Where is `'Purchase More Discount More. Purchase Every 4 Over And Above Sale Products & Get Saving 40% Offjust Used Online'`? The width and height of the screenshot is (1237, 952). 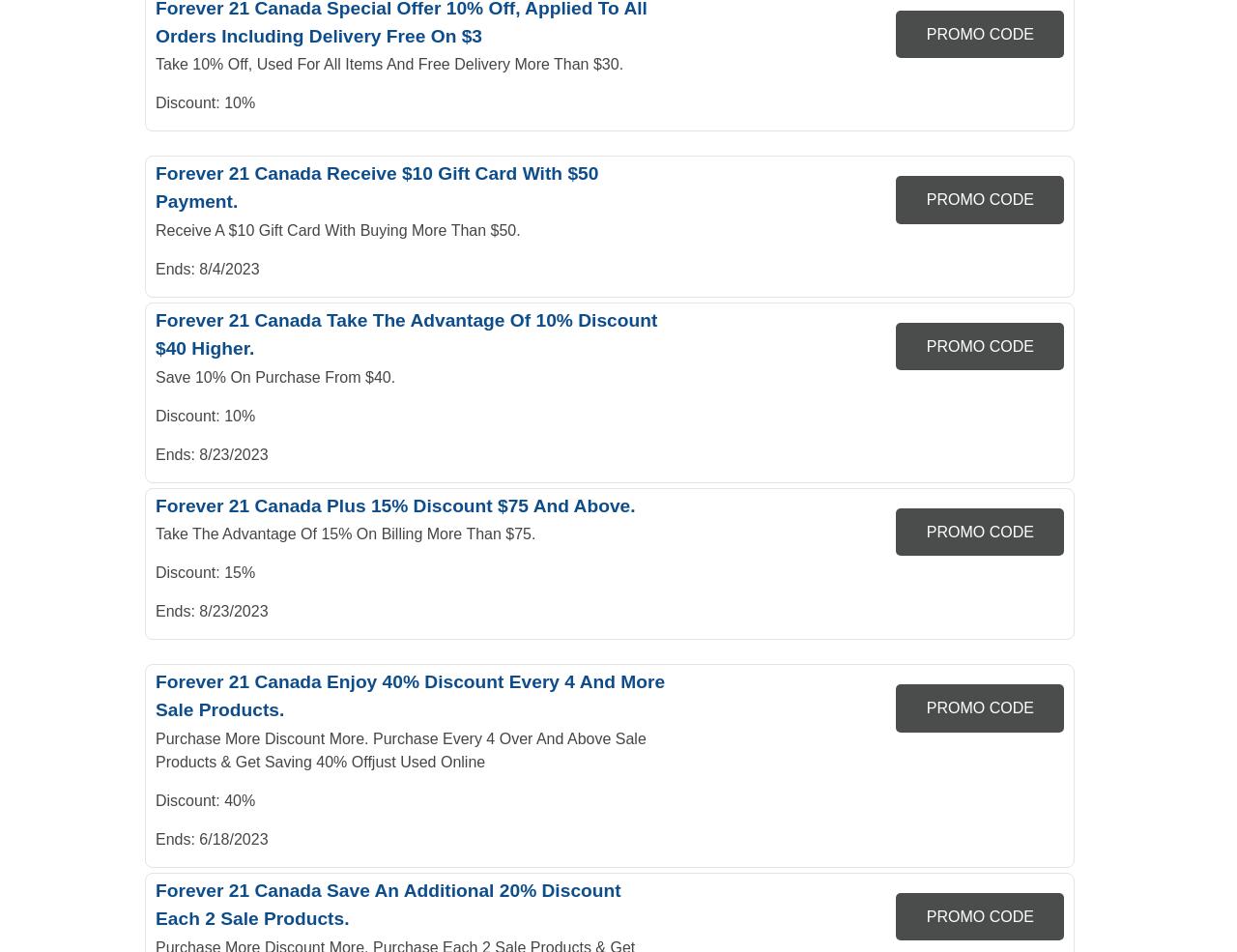 'Purchase More Discount More. Purchase Every 4 Over And Above Sale Products & Get Saving 40% Offjust Used Online' is located at coordinates (399, 749).